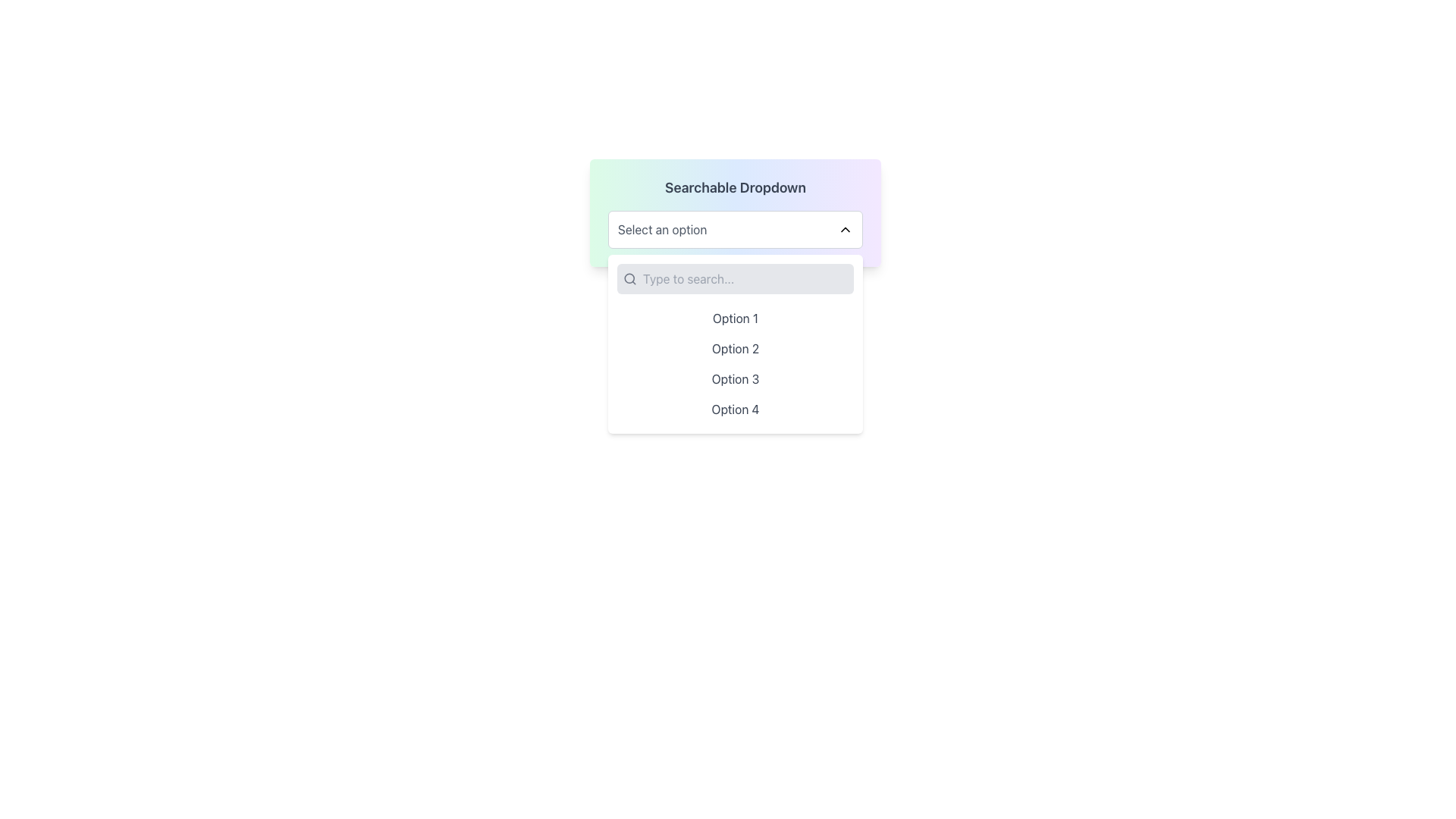 This screenshot has width=1456, height=819. Describe the element at coordinates (735, 344) in the screenshot. I see `one of the options in the dropdown menu that appears below the 'Select an option' toggle button` at that location.